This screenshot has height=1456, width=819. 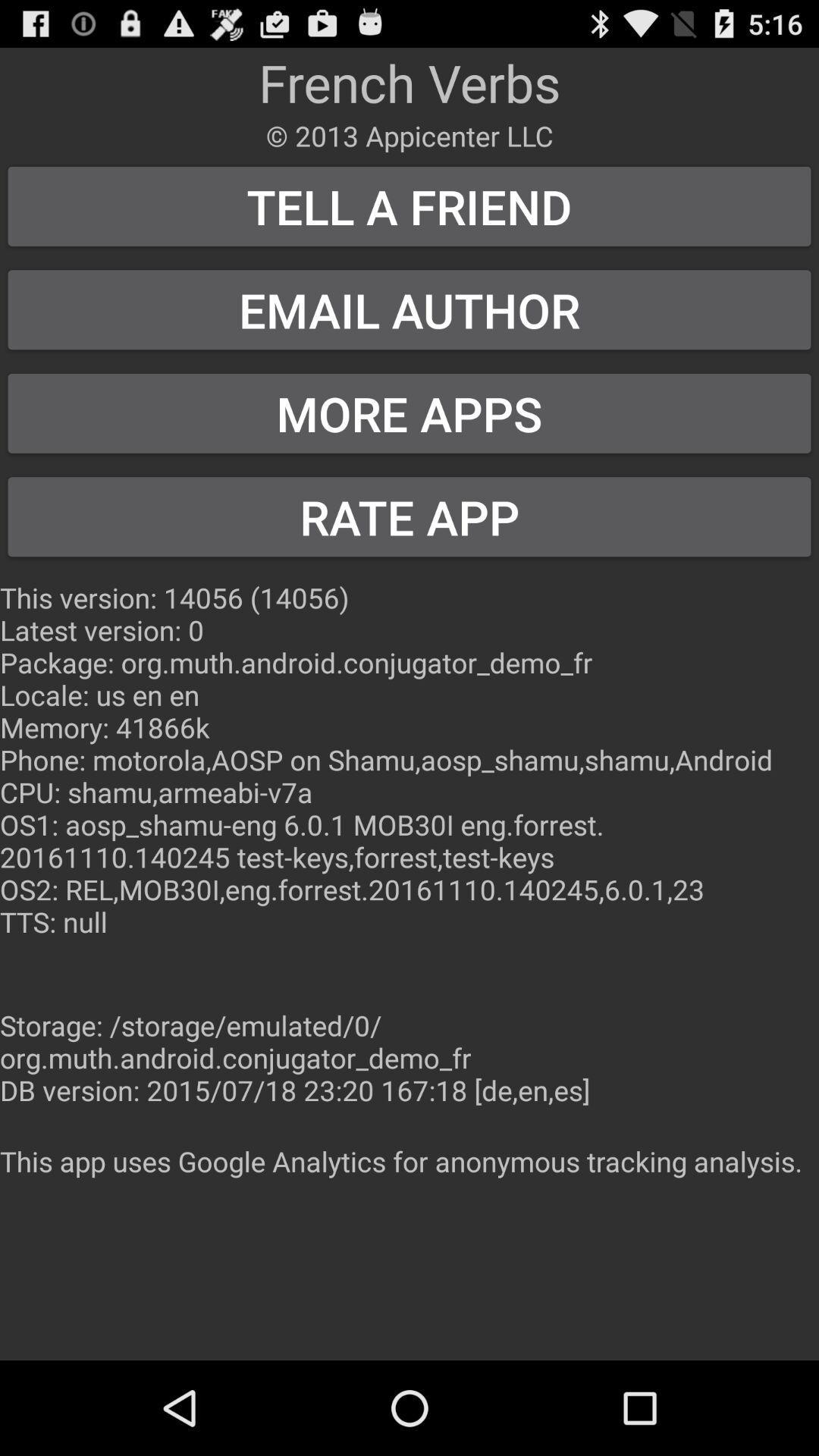 What do you see at coordinates (409, 413) in the screenshot?
I see `the more apps` at bounding box center [409, 413].